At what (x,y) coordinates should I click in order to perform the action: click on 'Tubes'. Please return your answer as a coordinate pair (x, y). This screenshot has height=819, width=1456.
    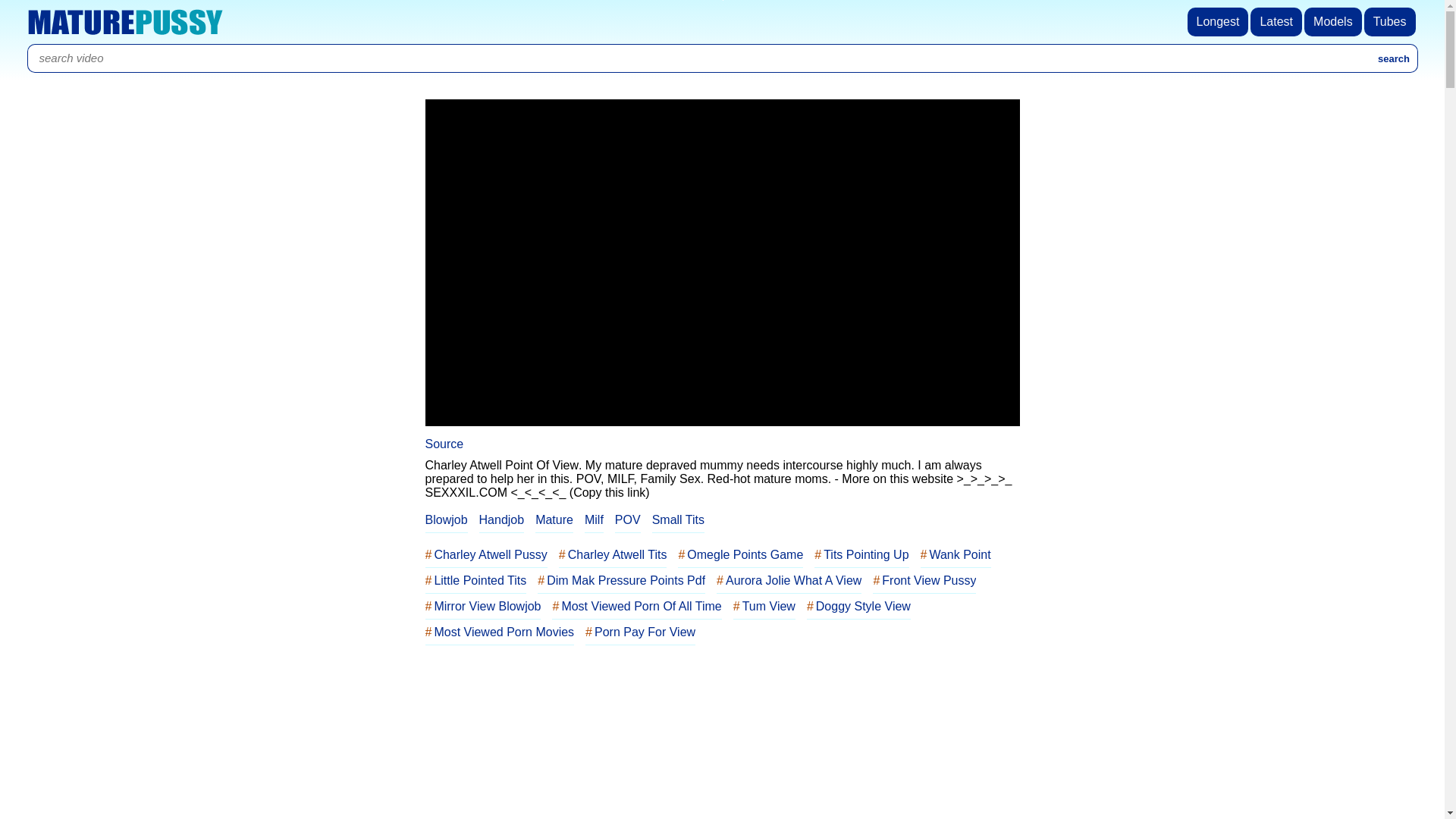
    Looking at the image, I should click on (1364, 22).